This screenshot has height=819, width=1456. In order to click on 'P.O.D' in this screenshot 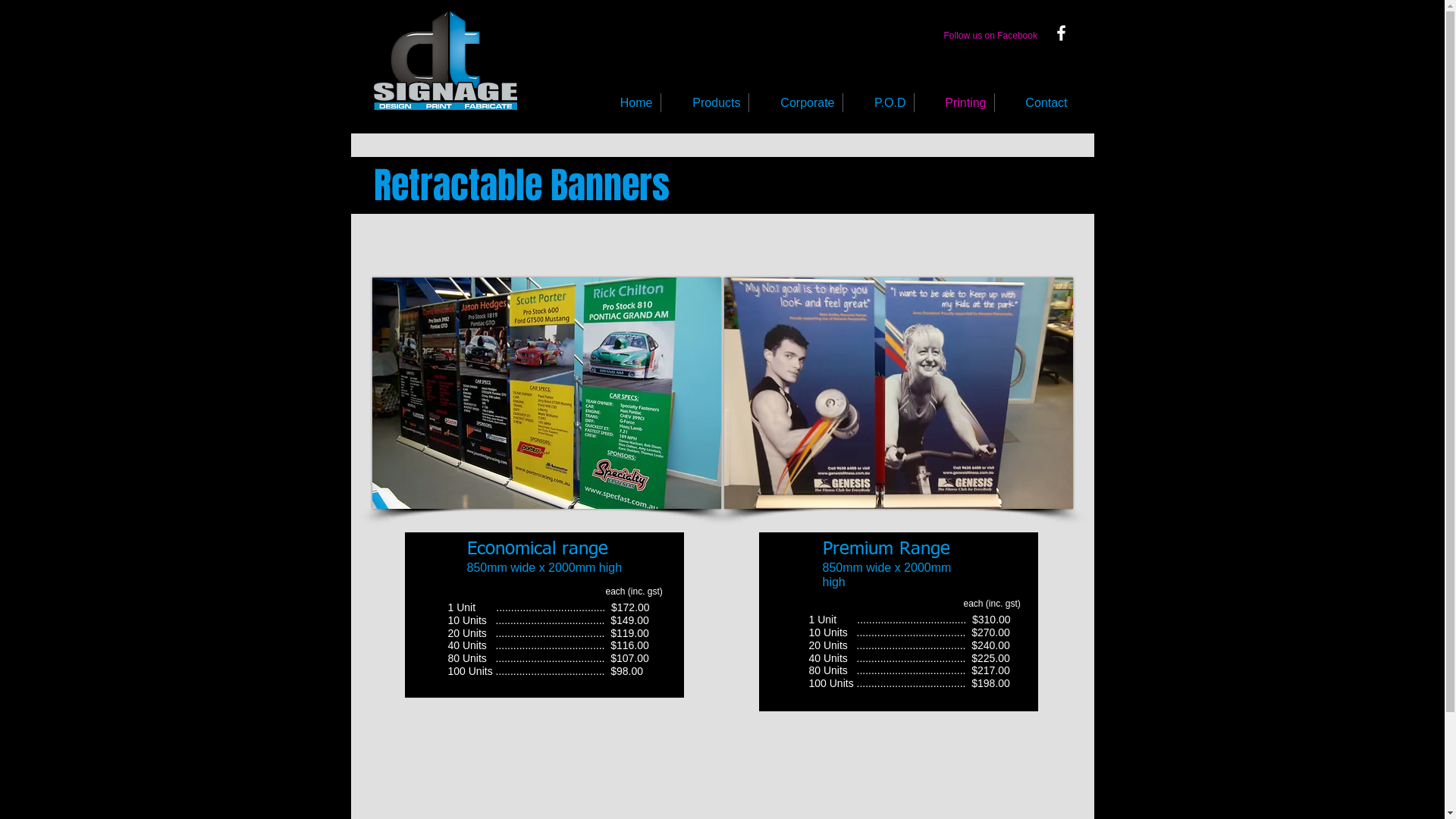, I will do `click(878, 102)`.